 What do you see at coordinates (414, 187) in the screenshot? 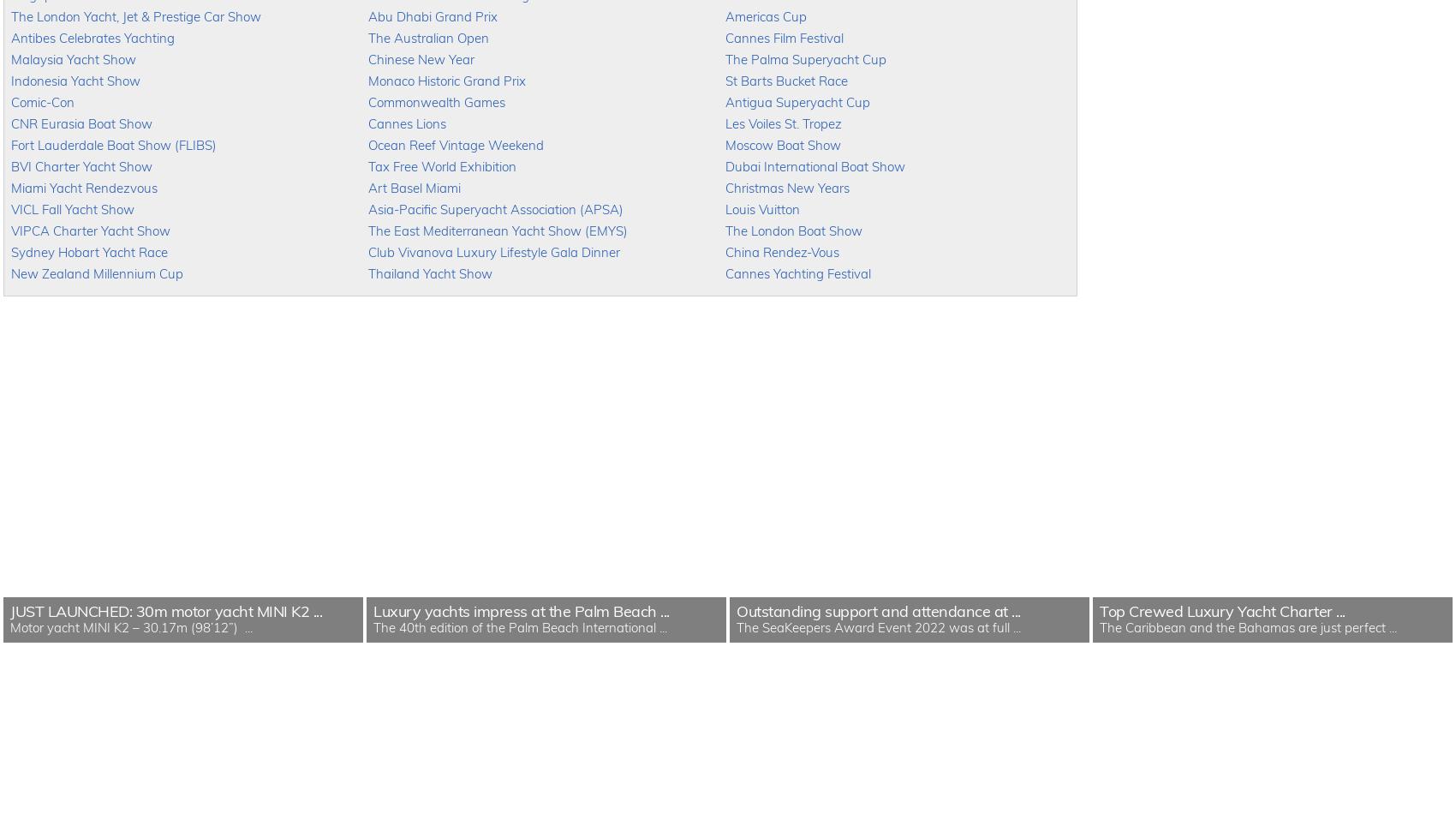
I see `'Art Basel Miami'` at bounding box center [414, 187].